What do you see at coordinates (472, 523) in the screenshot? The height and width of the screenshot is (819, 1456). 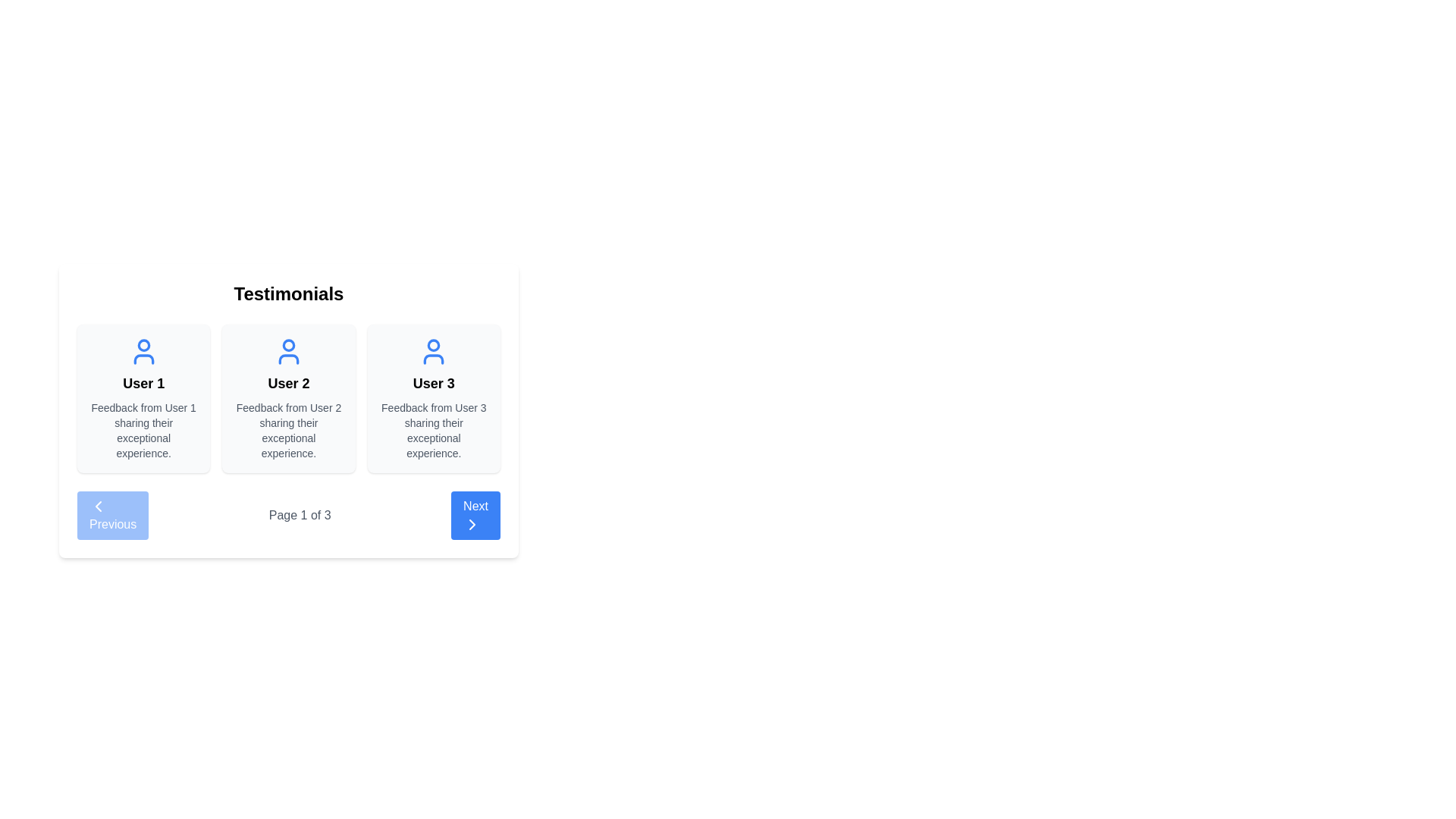 I see `the chevron arrow icon pointing to the right, located inside the 'Next' button at the bottom-right corner of the interface` at bounding box center [472, 523].